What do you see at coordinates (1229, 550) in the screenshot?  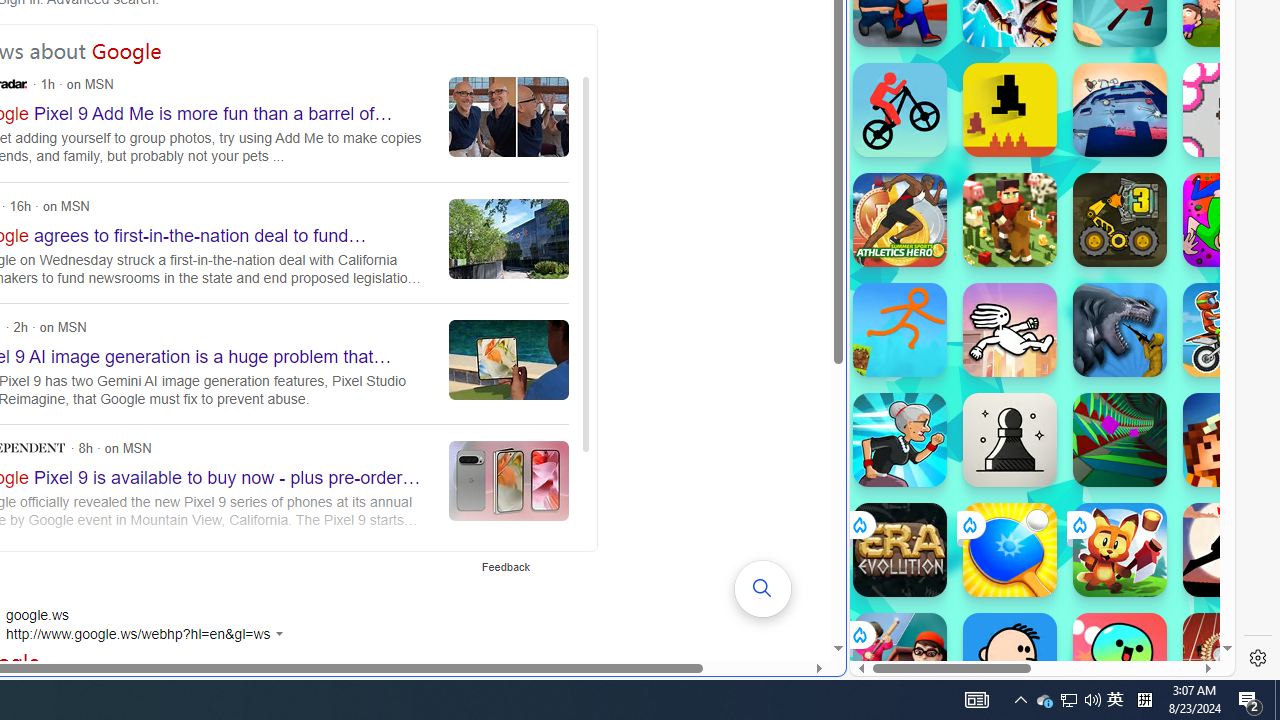 I see `'The Speed Ninja The Speed Ninja'` at bounding box center [1229, 550].